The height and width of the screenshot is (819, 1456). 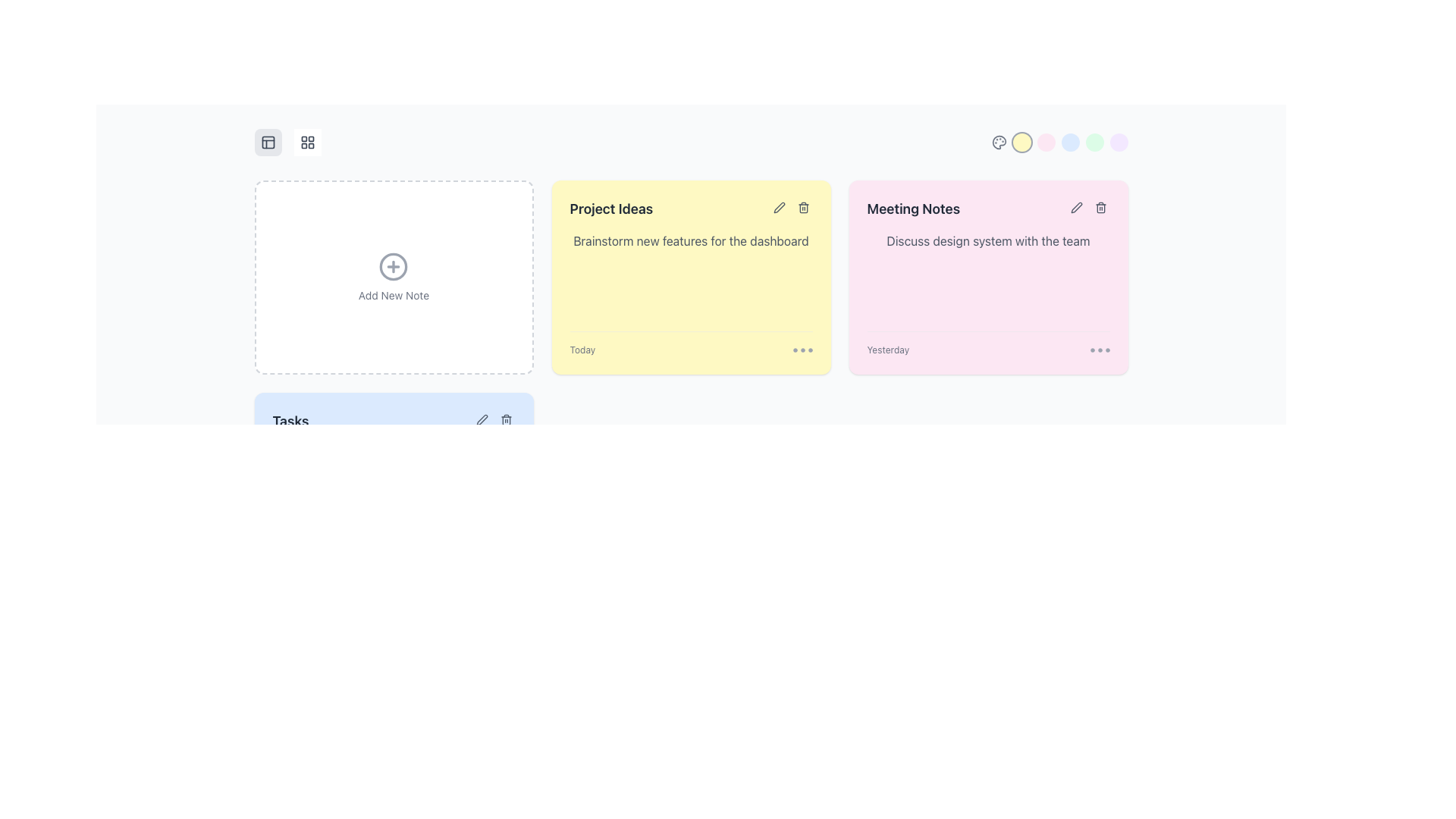 What do you see at coordinates (306, 143) in the screenshot?
I see `the button with a grid-like icon composed of four small squares arranged in a 2x2 pattern` at bounding box center [306, 143].